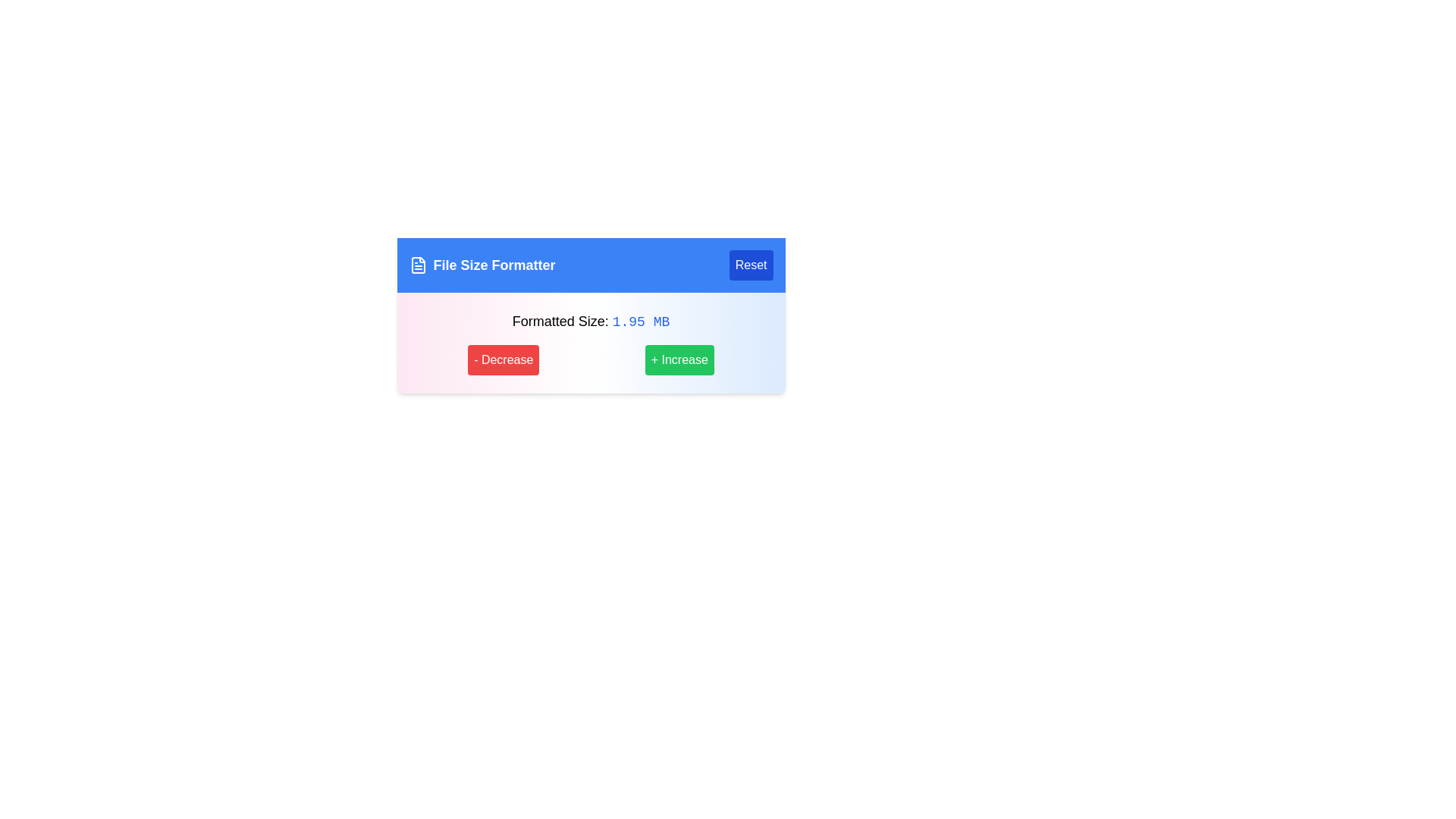 This screenshot has width=1456, height=819. What do you see at coordinates (504, 359) in the screenshot?
I see `the red '- Decrease' button with white text to observe the hover effect` at bounding box center [504, 359].